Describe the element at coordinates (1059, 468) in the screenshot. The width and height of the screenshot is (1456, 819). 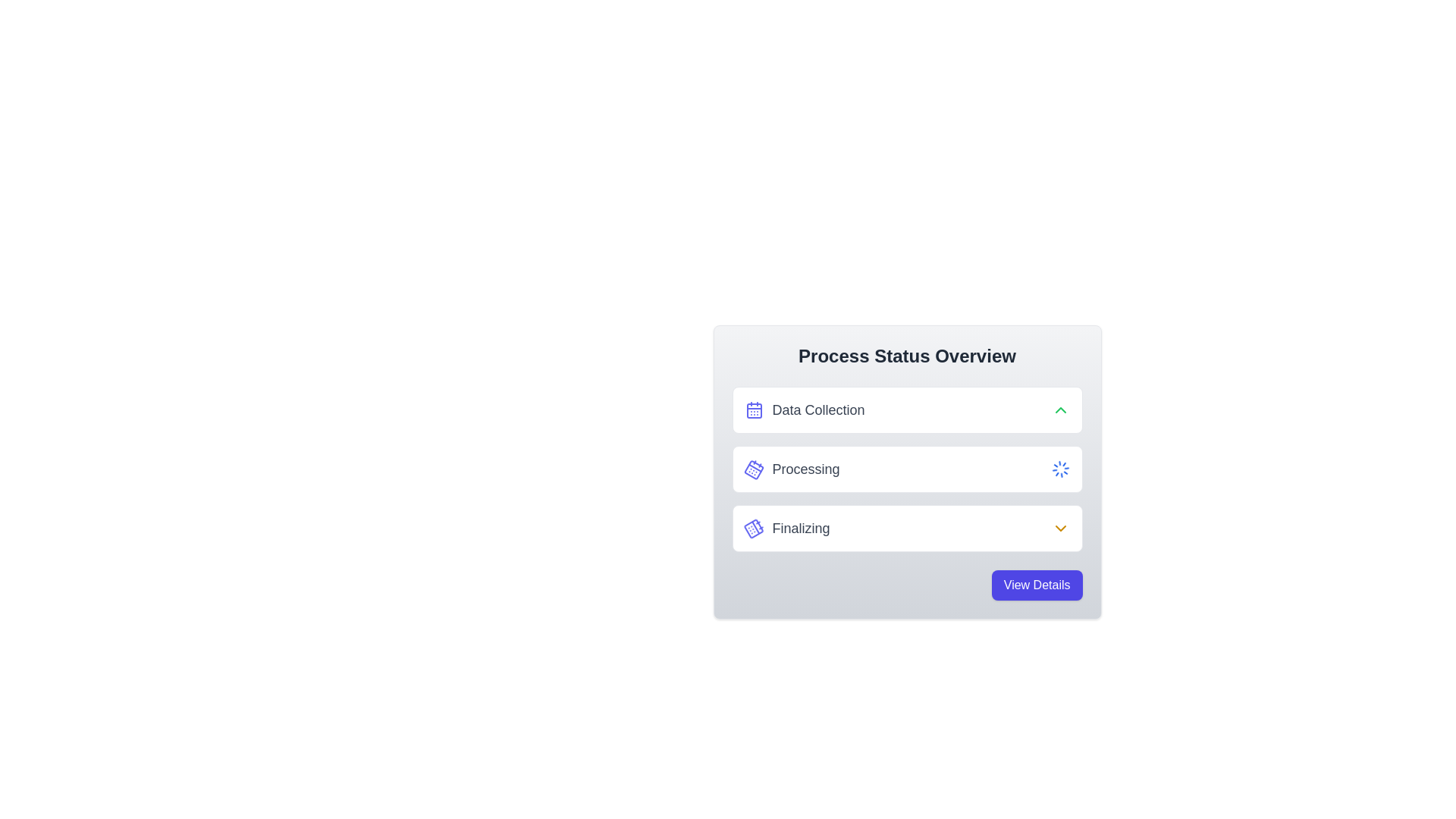
I see `the Spinner (loader animation) located at the far right of the row containing the 'Processing' text label to understand the active processing state` at that location.